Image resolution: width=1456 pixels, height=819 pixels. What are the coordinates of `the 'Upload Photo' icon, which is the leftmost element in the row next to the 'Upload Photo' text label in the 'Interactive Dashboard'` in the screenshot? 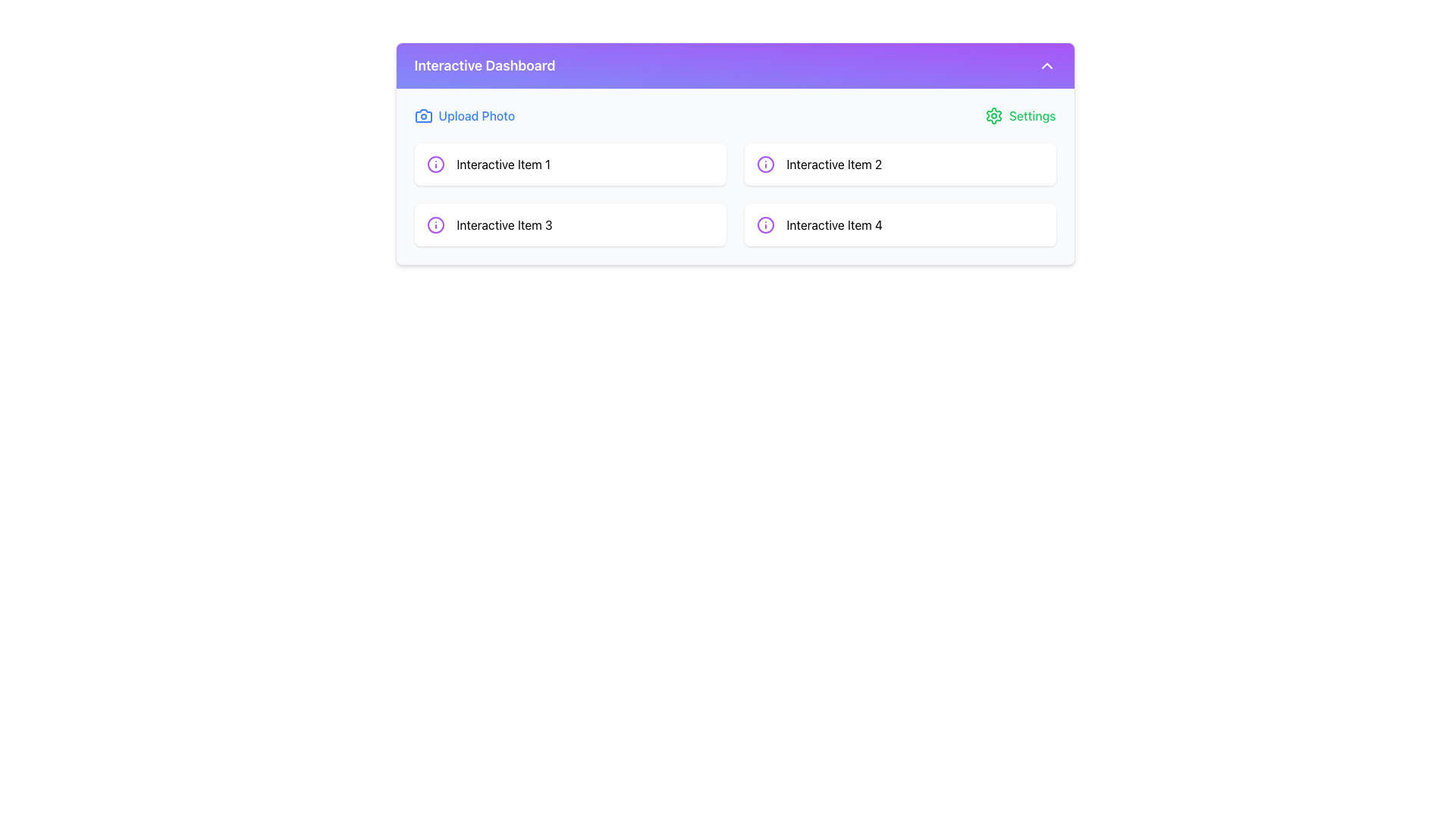 It's located at (423, 115).